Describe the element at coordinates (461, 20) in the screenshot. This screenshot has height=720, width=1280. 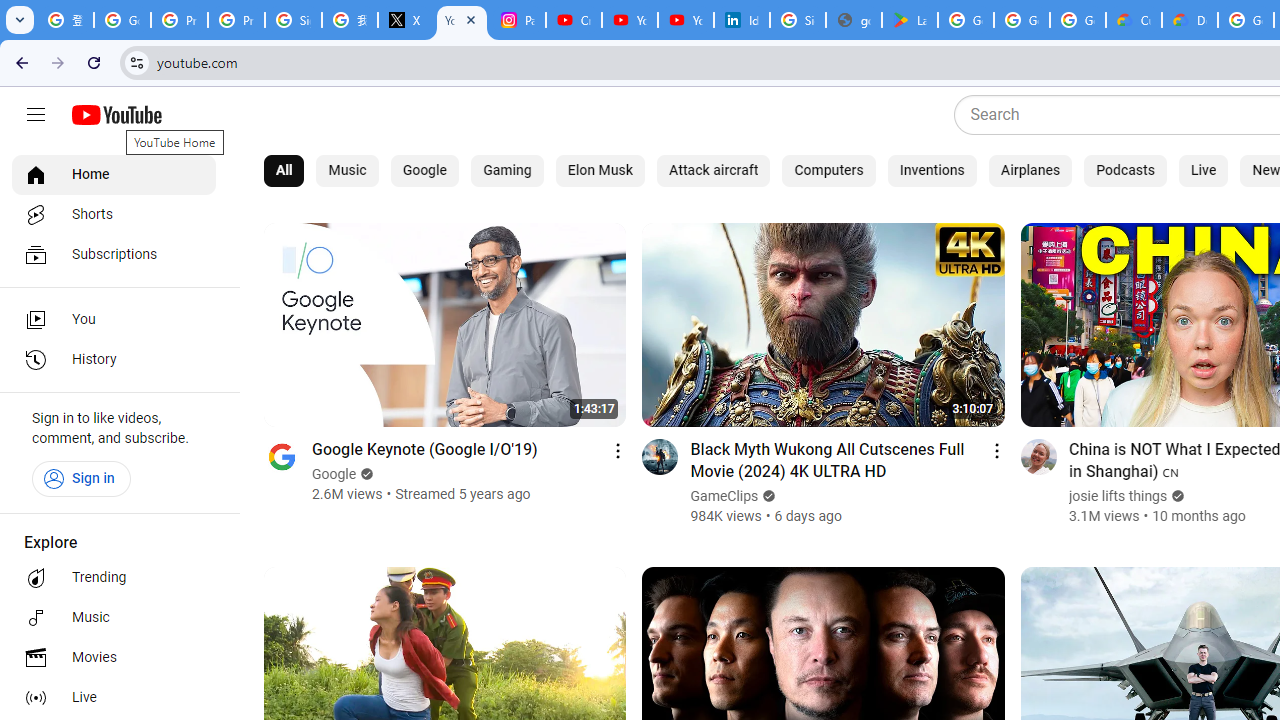
I see `'YouTube'` at that location.